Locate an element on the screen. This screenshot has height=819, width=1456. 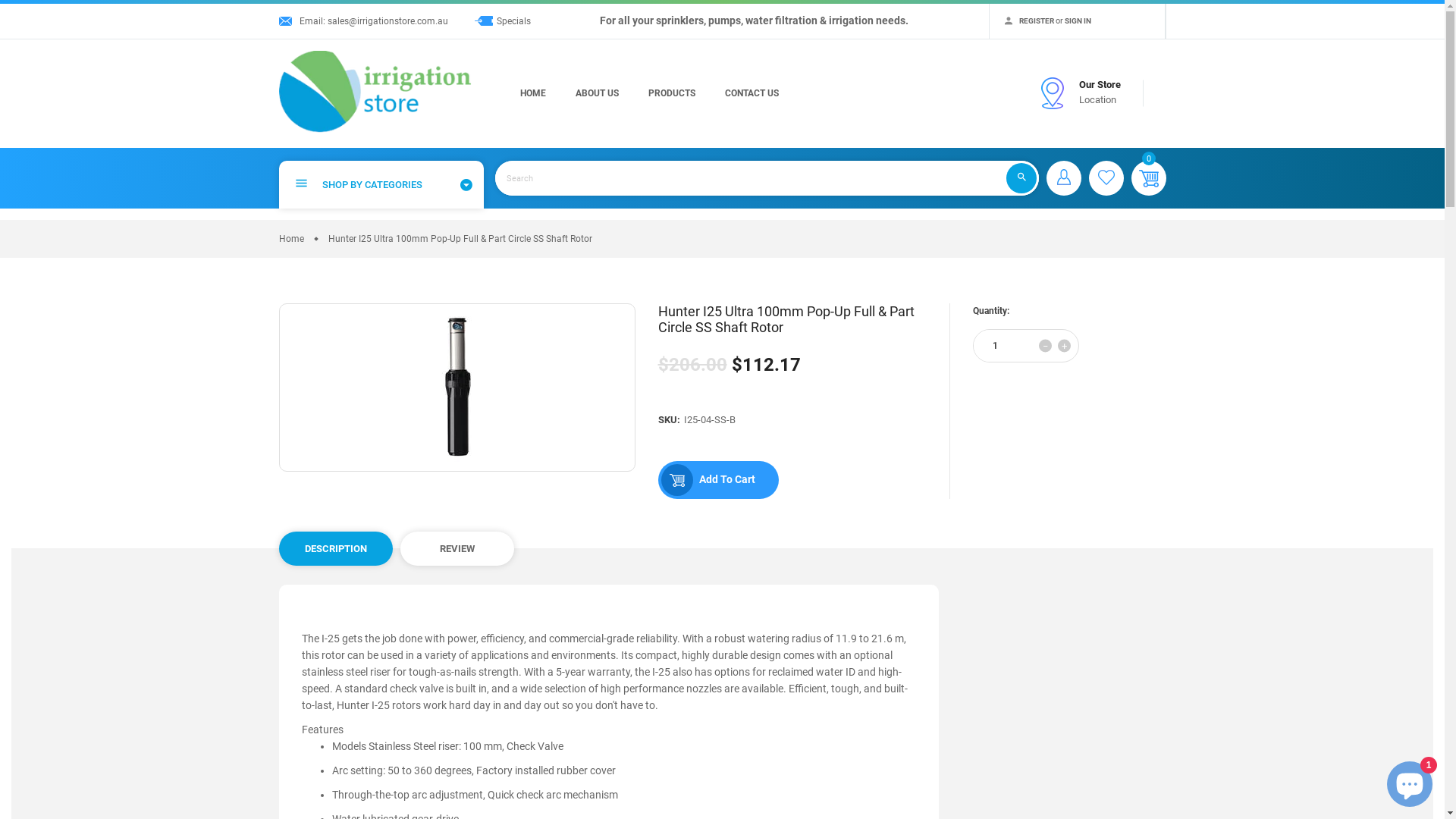
'sales@irrigationstore.com.au' is located at coordinates (327, 20).